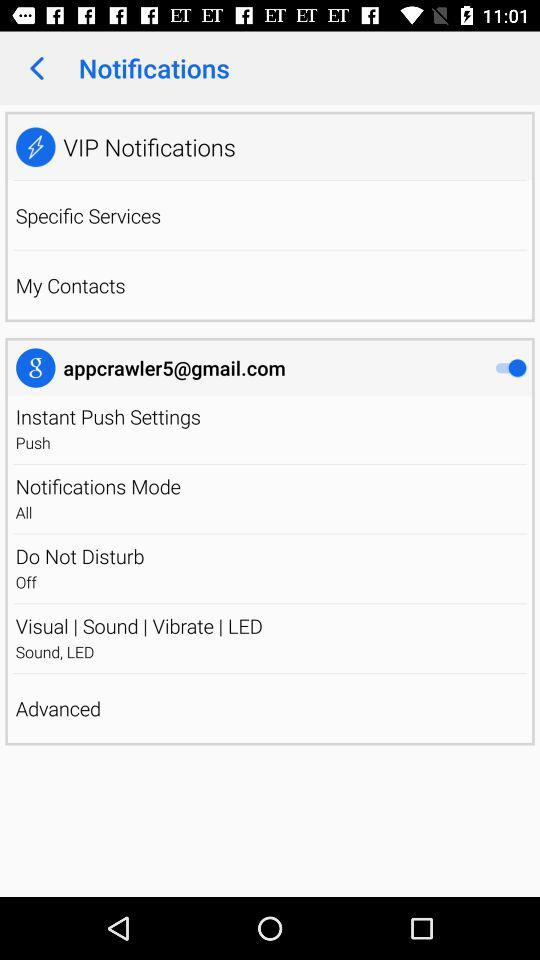 This screenshot has height=960, width=540. I want to click on item above push app, so click(108, 415).